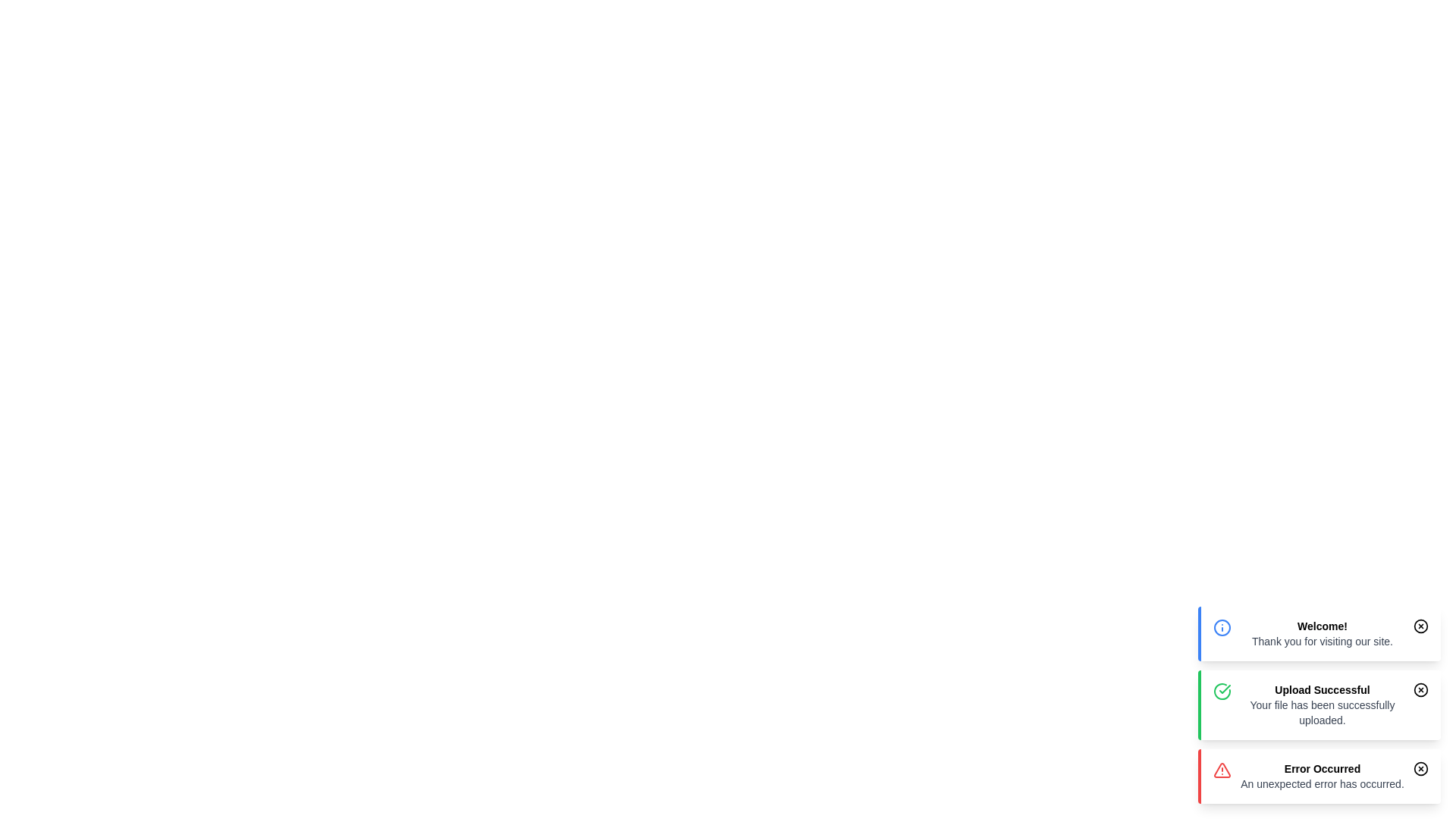 The height and width of the screenshot is (819, 1456). I want to click on the greeting text element located in the upper part of the notification card, so click(1321, 626).